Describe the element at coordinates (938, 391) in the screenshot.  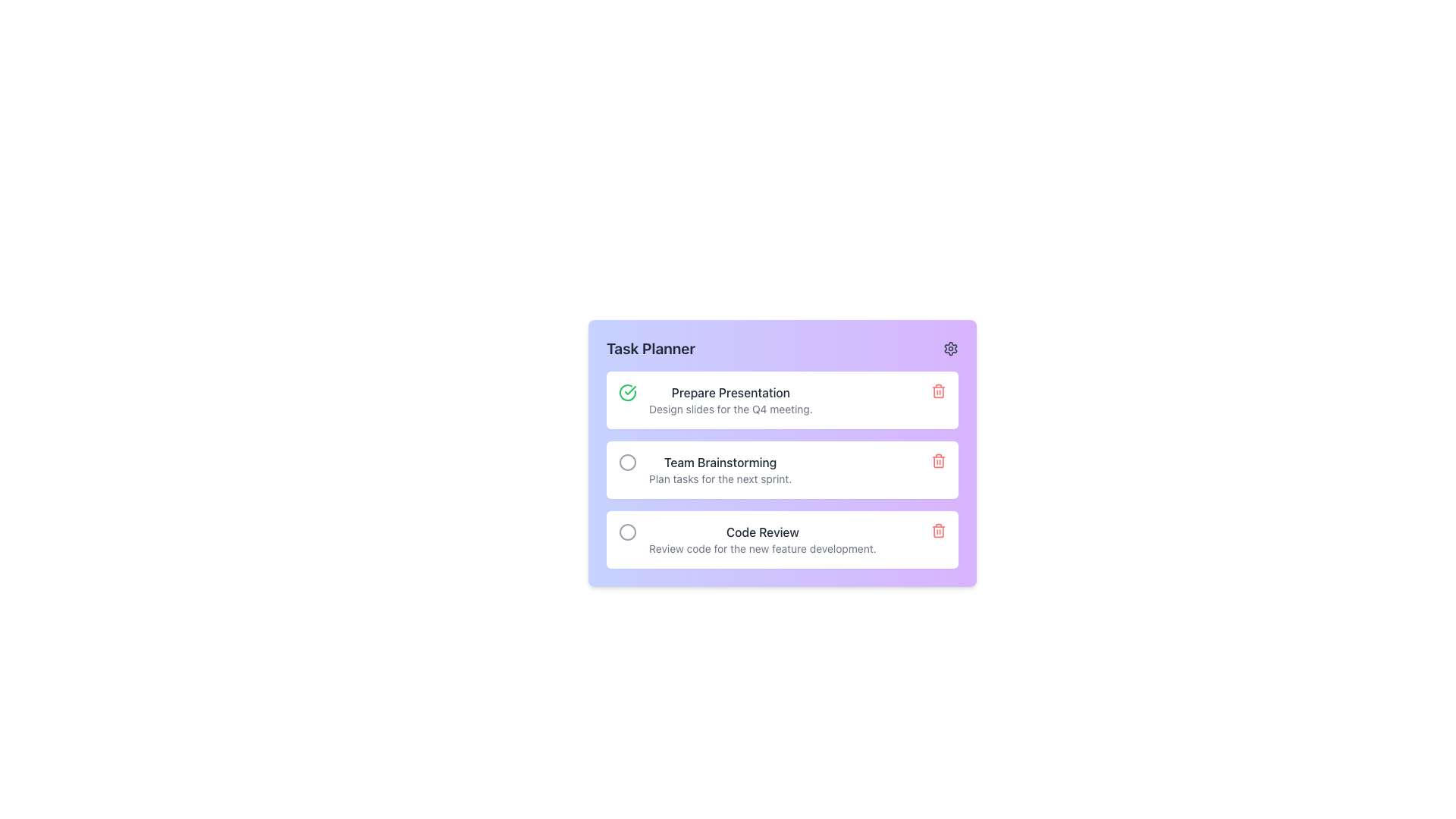
I see `the delete button icon resembling a trash can, which is located at the far right of the 'Prepare Presentation' task row` at that location.